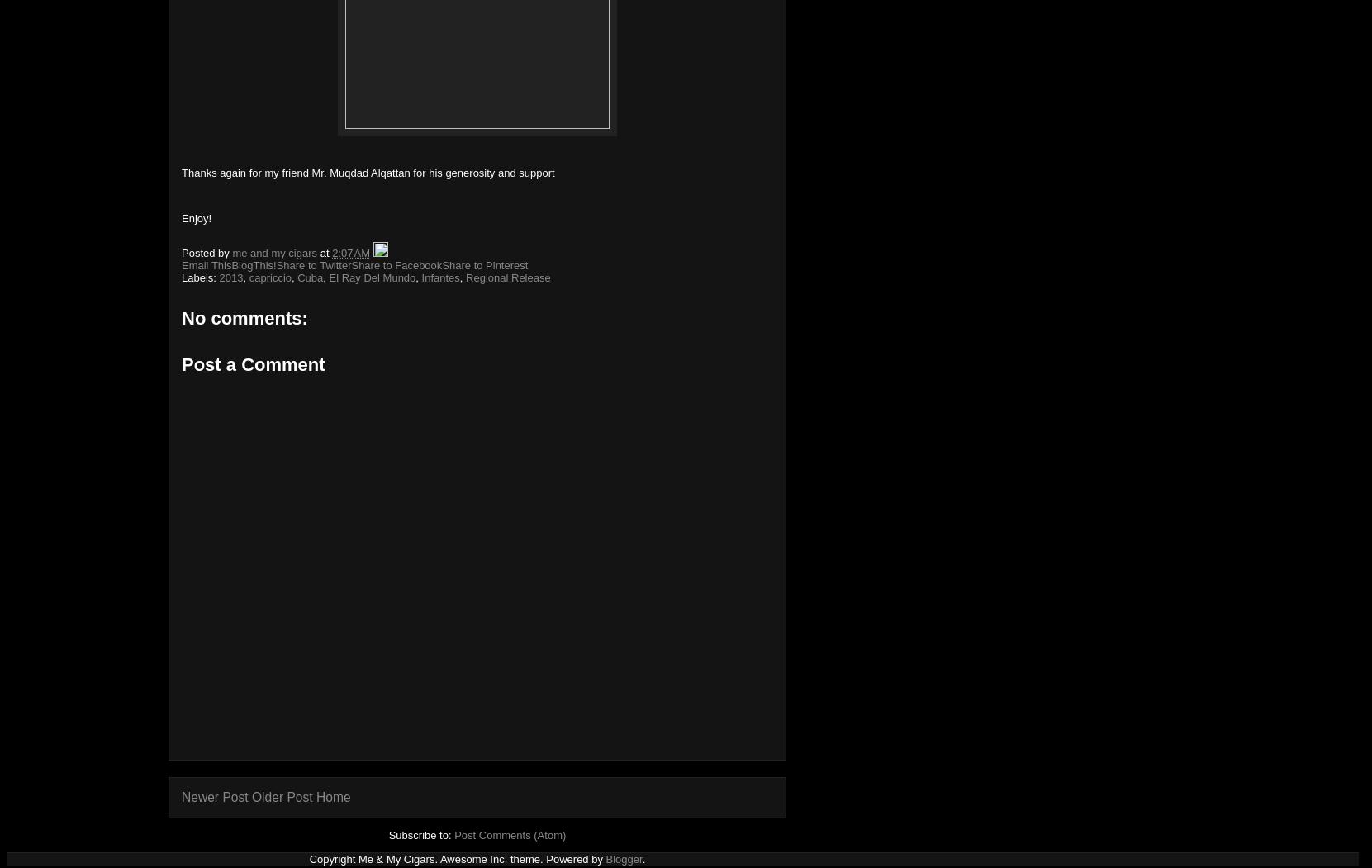 Image resolution: width=1372 pixels, height=868 pixels. I want to click on 'Enjoy!', so click(196, 217).